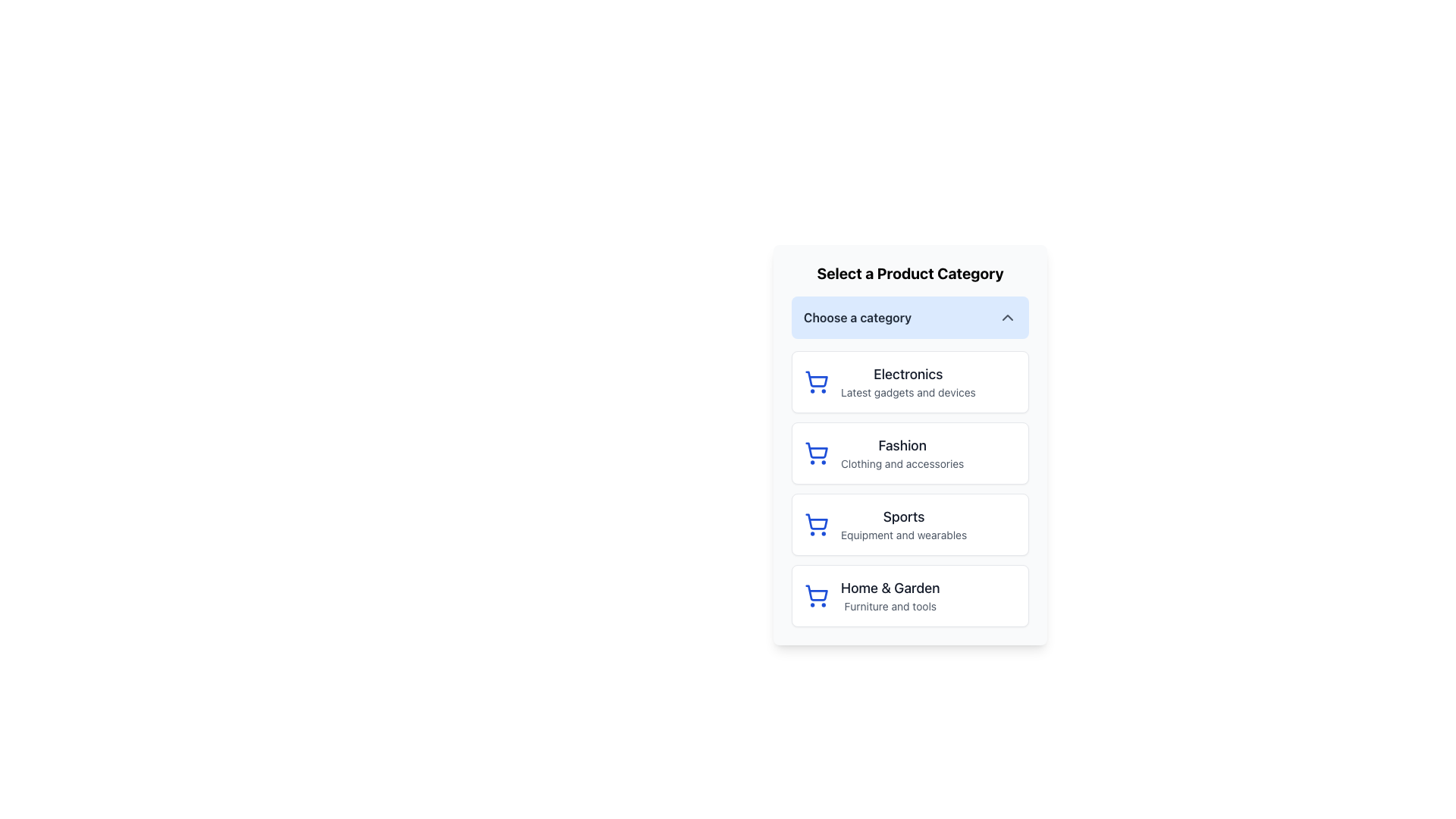 The height and width of the screenshot is (819, 1456). I want to click on the chevron-up icon, a minimalistic SVG graphic styled in gray, located on the far-right side of the 'Choose a category' text, so click(1008, 317).